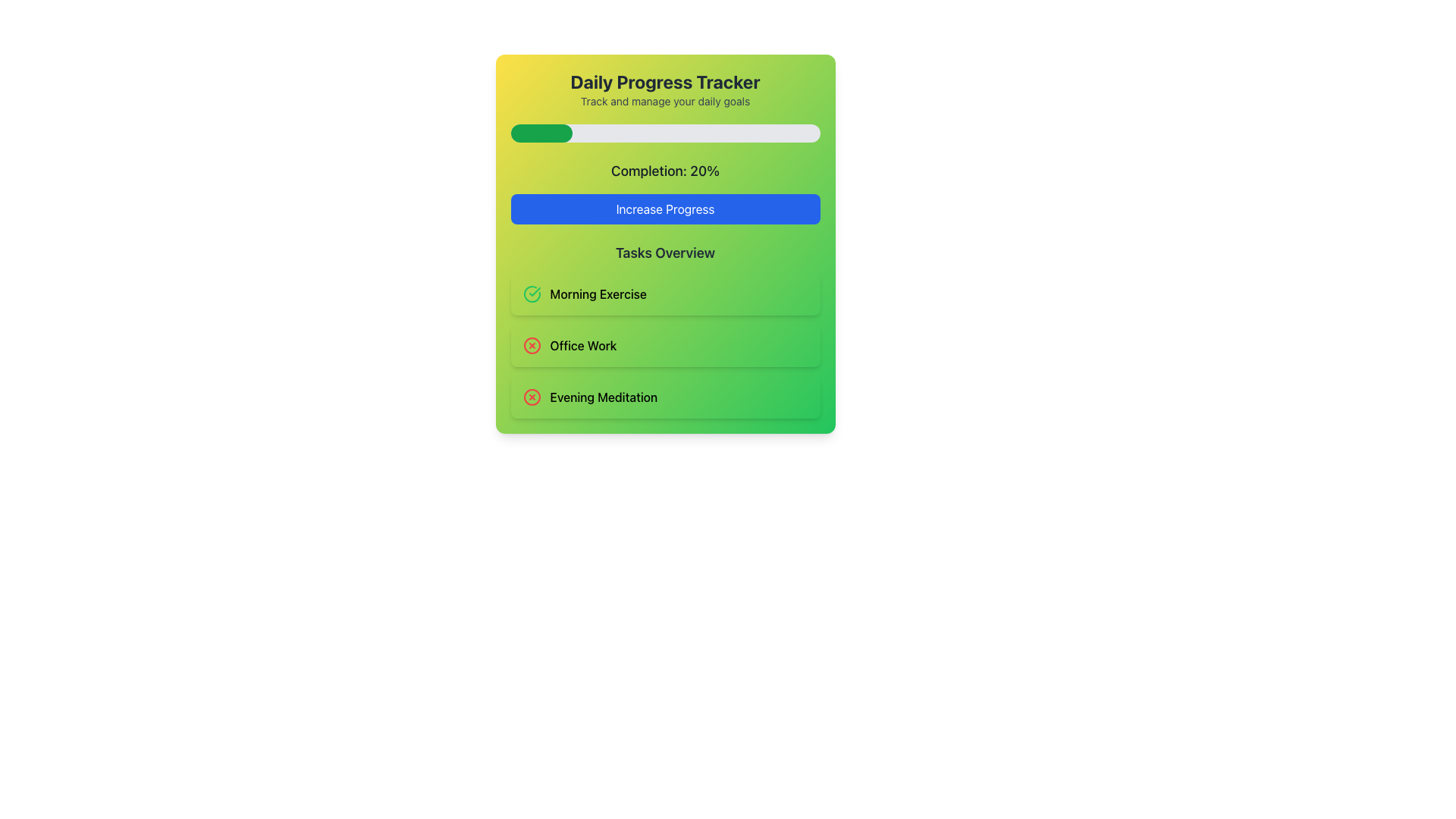  What do you see at coordinates (535, 292) in the screenshot?
I see `the state of the green checkmark icon located to the left of the 'Morning Exercise' text label` at bounding box center [535, 292].